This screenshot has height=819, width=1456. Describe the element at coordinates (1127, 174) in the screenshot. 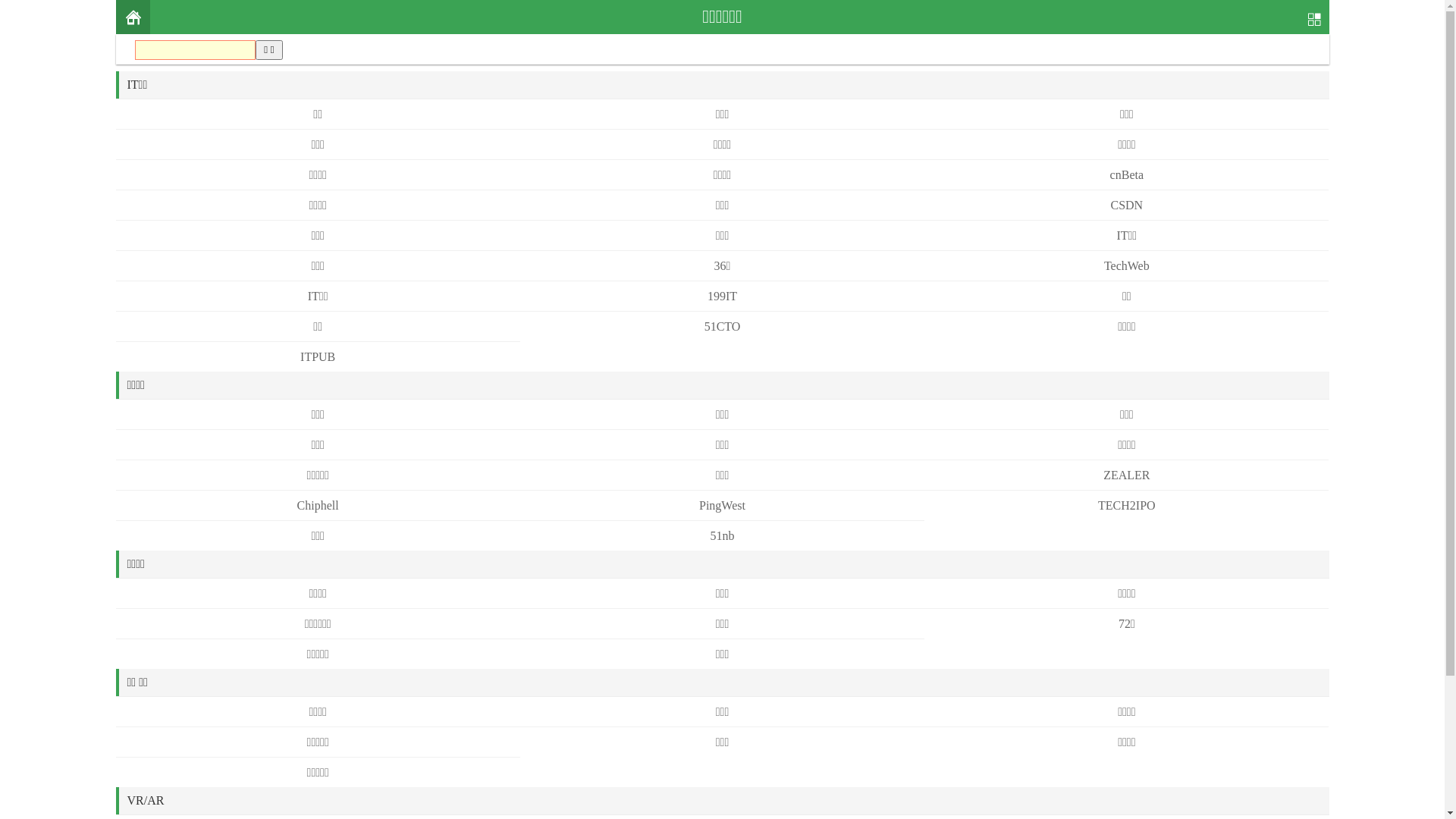

I see `'cnBeta'` at that location.